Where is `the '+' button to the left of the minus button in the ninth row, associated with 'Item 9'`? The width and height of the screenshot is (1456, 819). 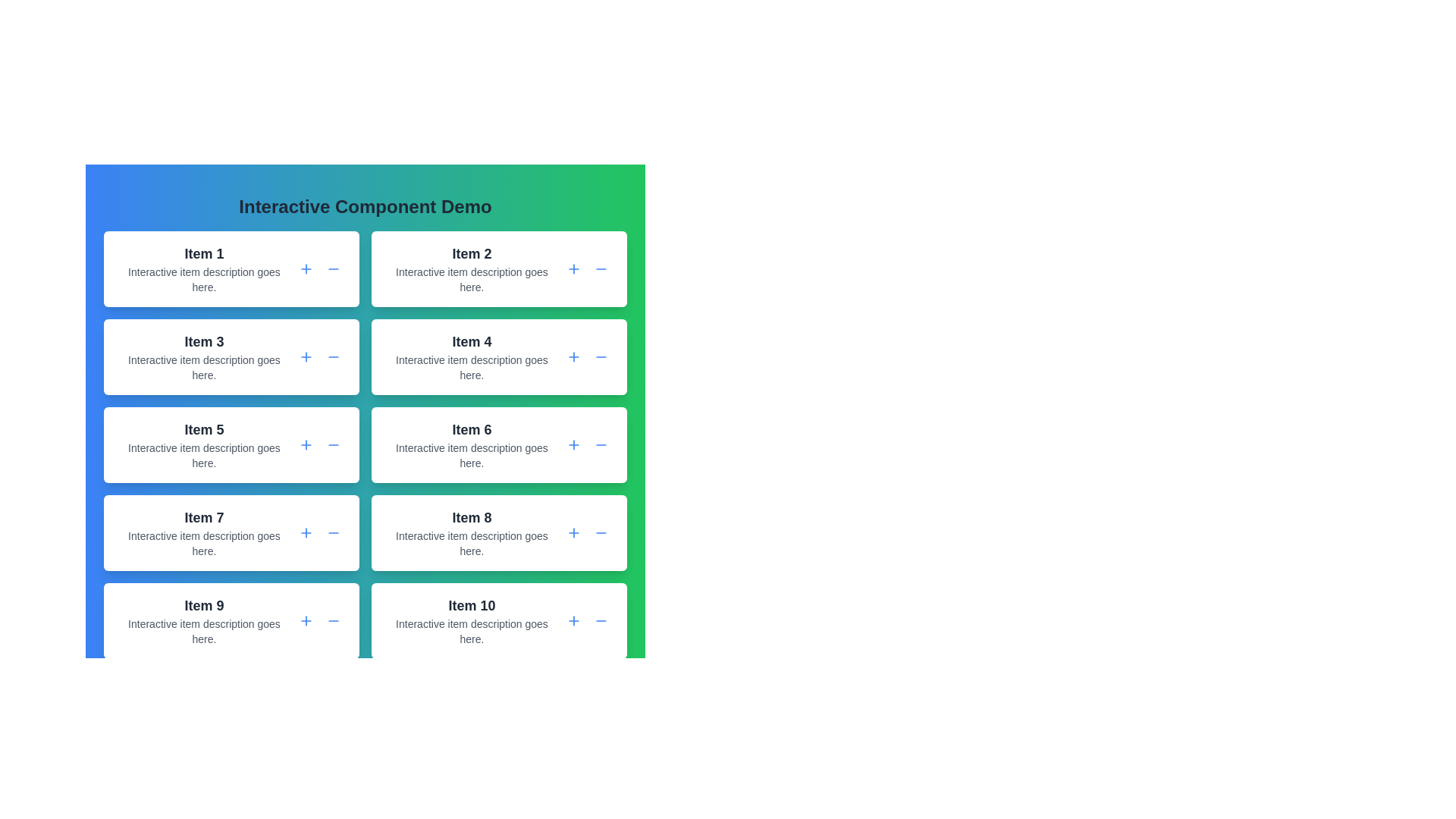
the '+' button to the left of the minus button in the ninth row, associated with 'Item 9' is located at coordinates (305, 620).